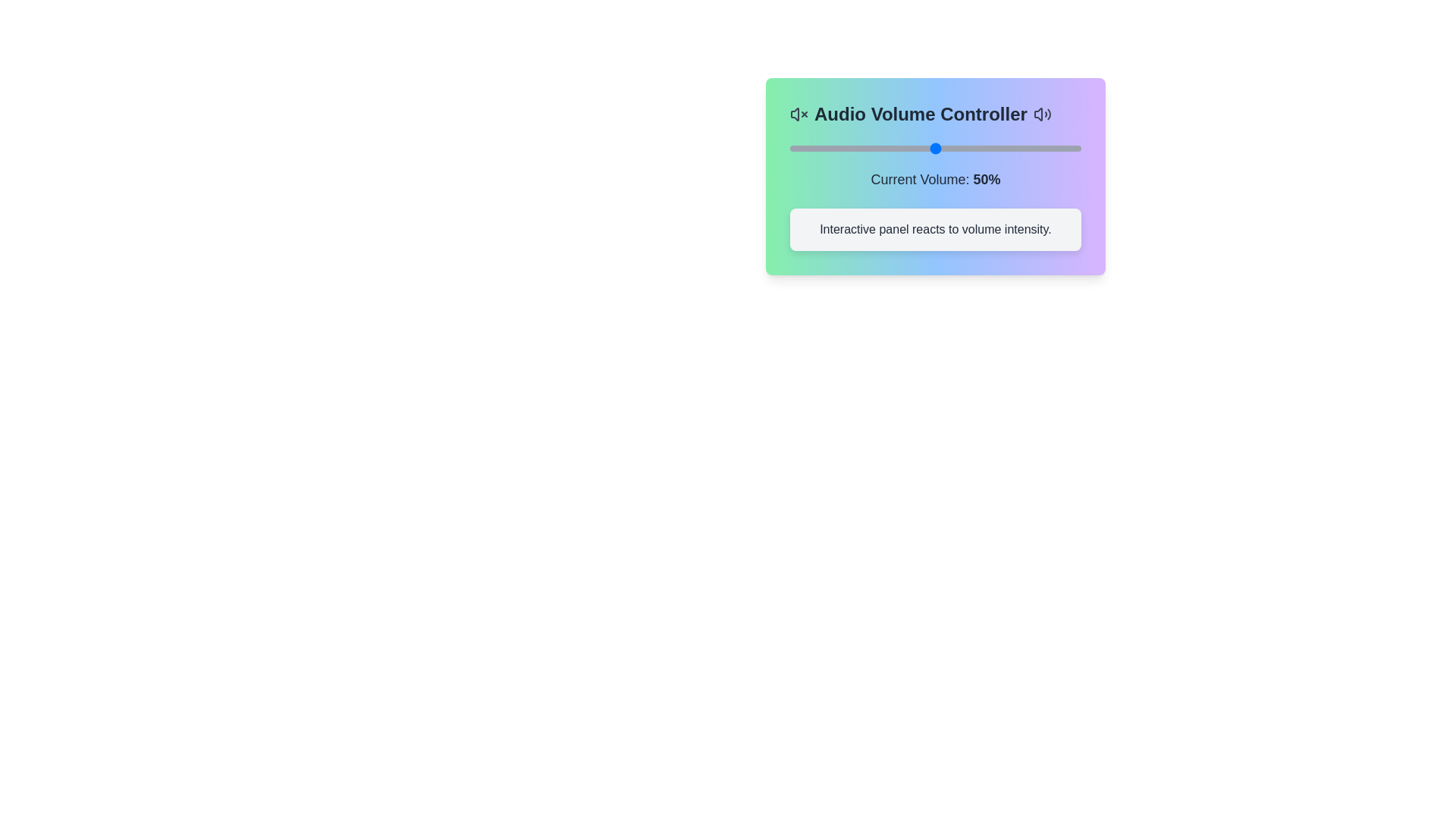  I want to click on the volume slider to set the volume to 76%, so click(1011, 149).